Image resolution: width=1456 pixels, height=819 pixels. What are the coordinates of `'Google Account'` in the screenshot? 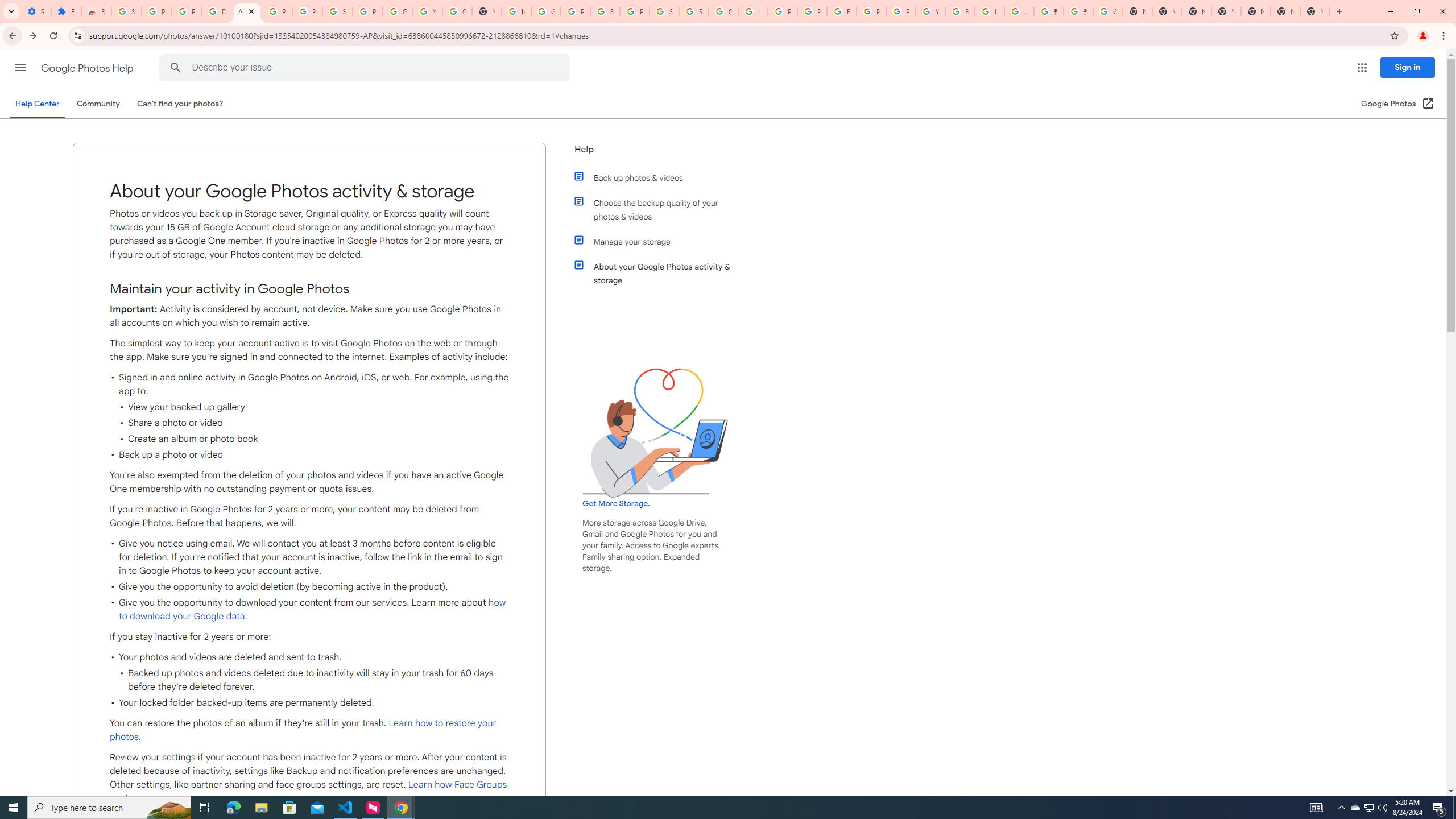 It's located at (396, 11).